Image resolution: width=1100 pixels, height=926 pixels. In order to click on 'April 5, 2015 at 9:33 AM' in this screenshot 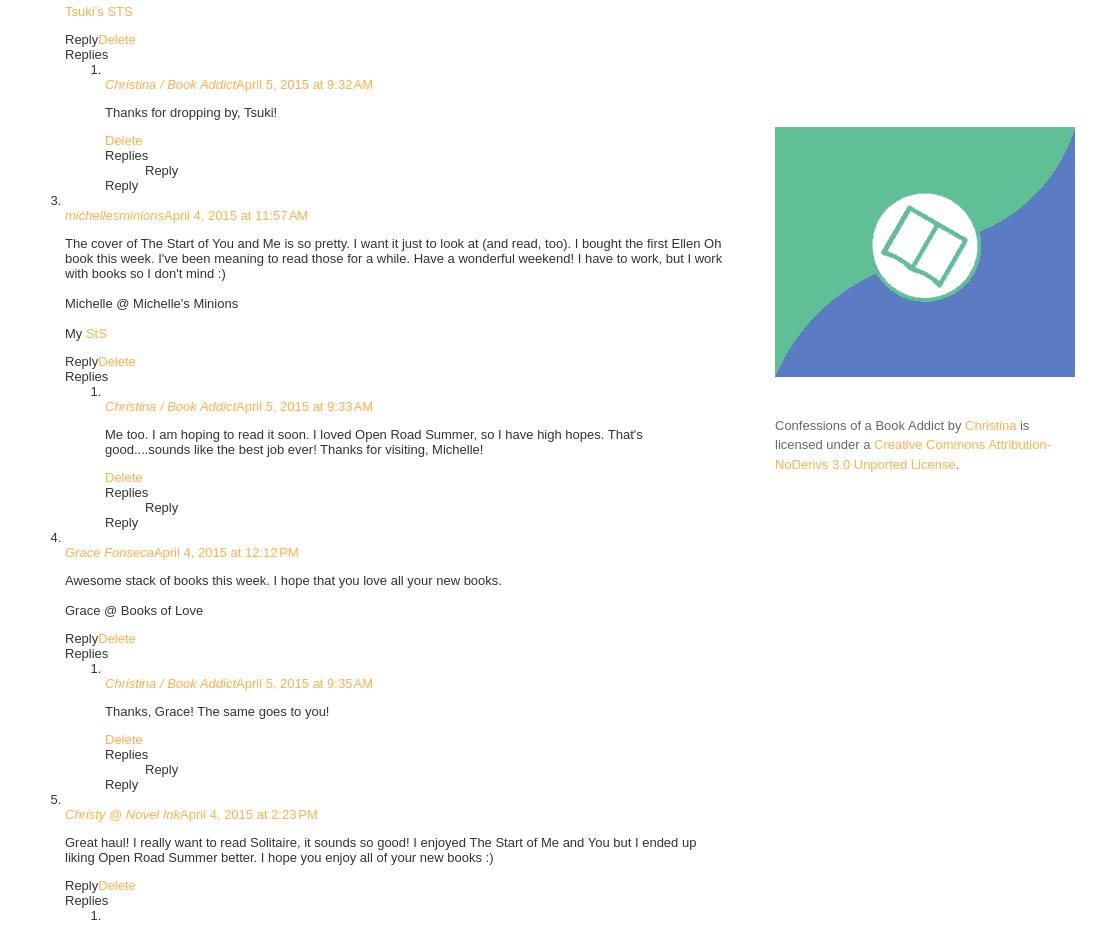, I will do `click(303, 405)`.